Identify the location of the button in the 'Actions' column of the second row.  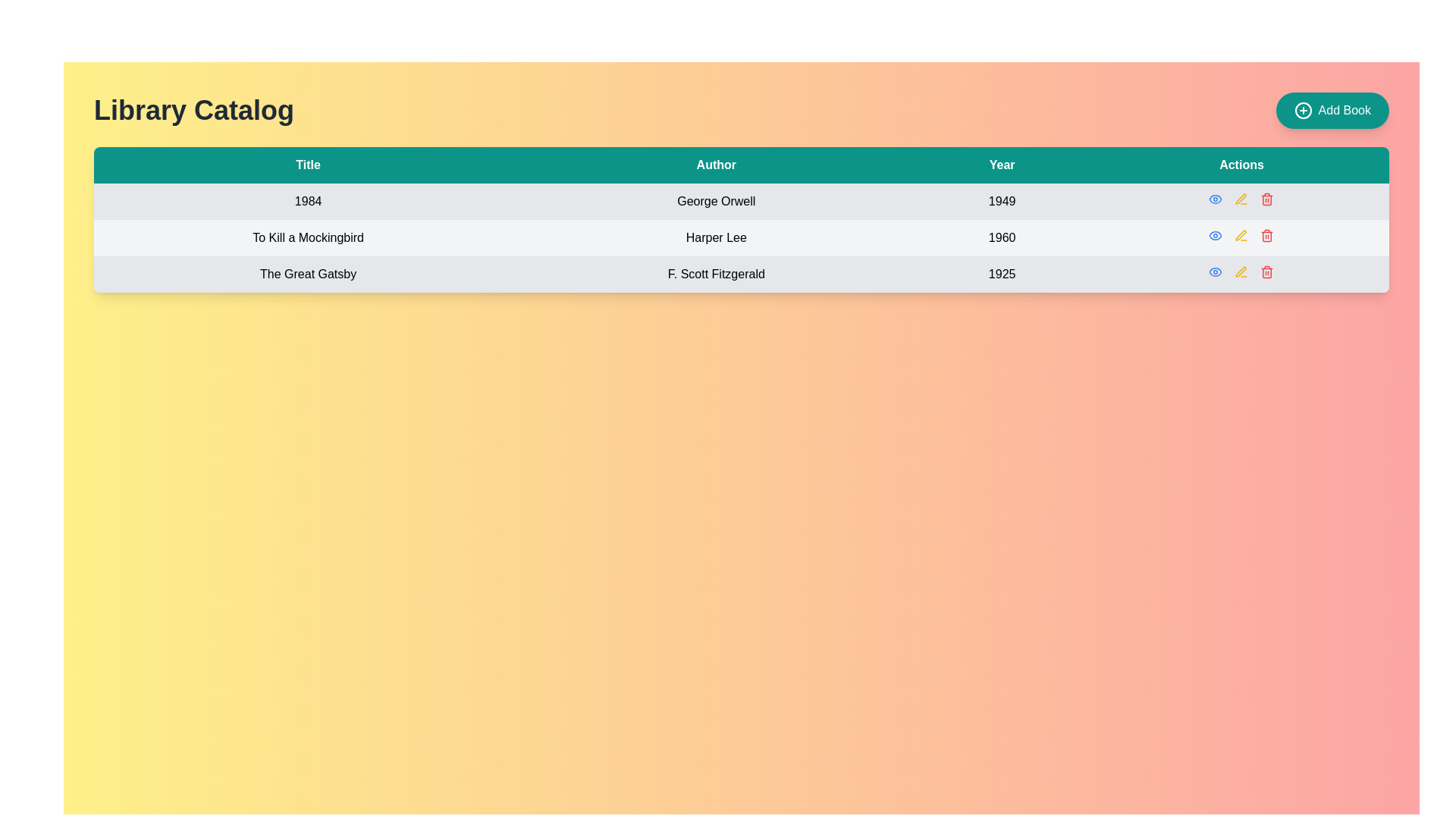
(1216, 236).